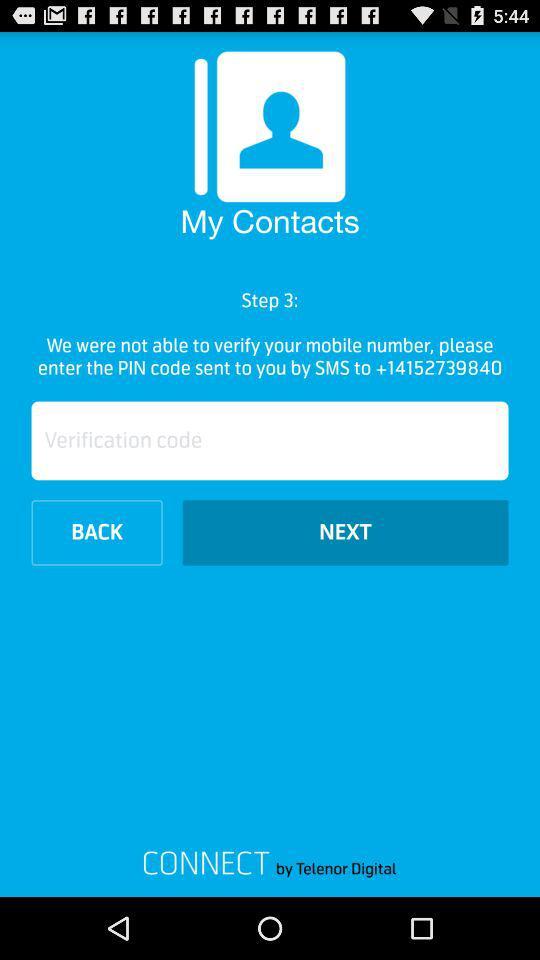 The width and height of the screenshot is (540, 960). I want to click on the item next to the next icon, so click(96, 531).